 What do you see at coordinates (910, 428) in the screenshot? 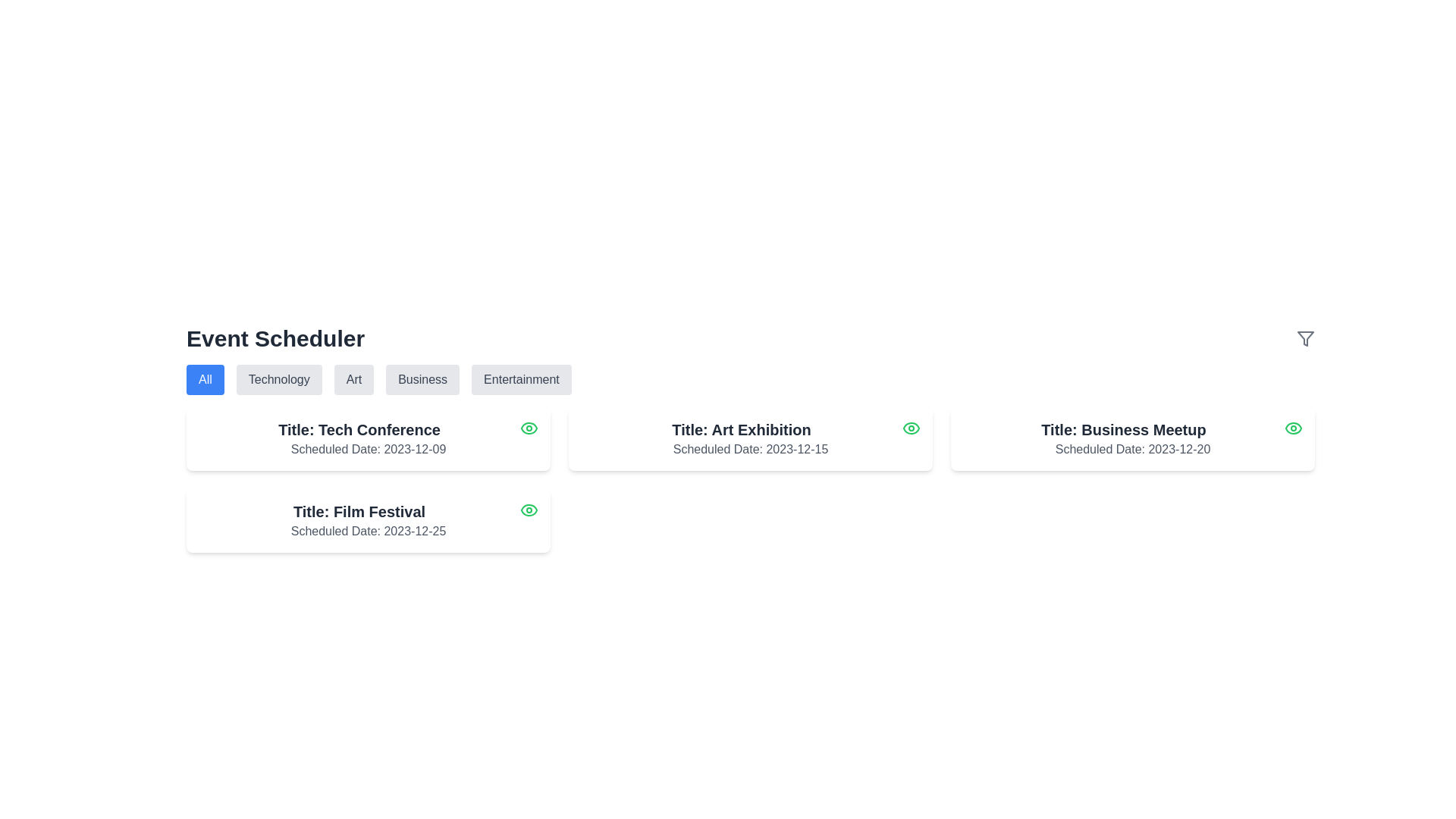
I see `the green eye icon located in the top-right corner of the 'Art Exhibition' card` at bounding box center [910, 428].